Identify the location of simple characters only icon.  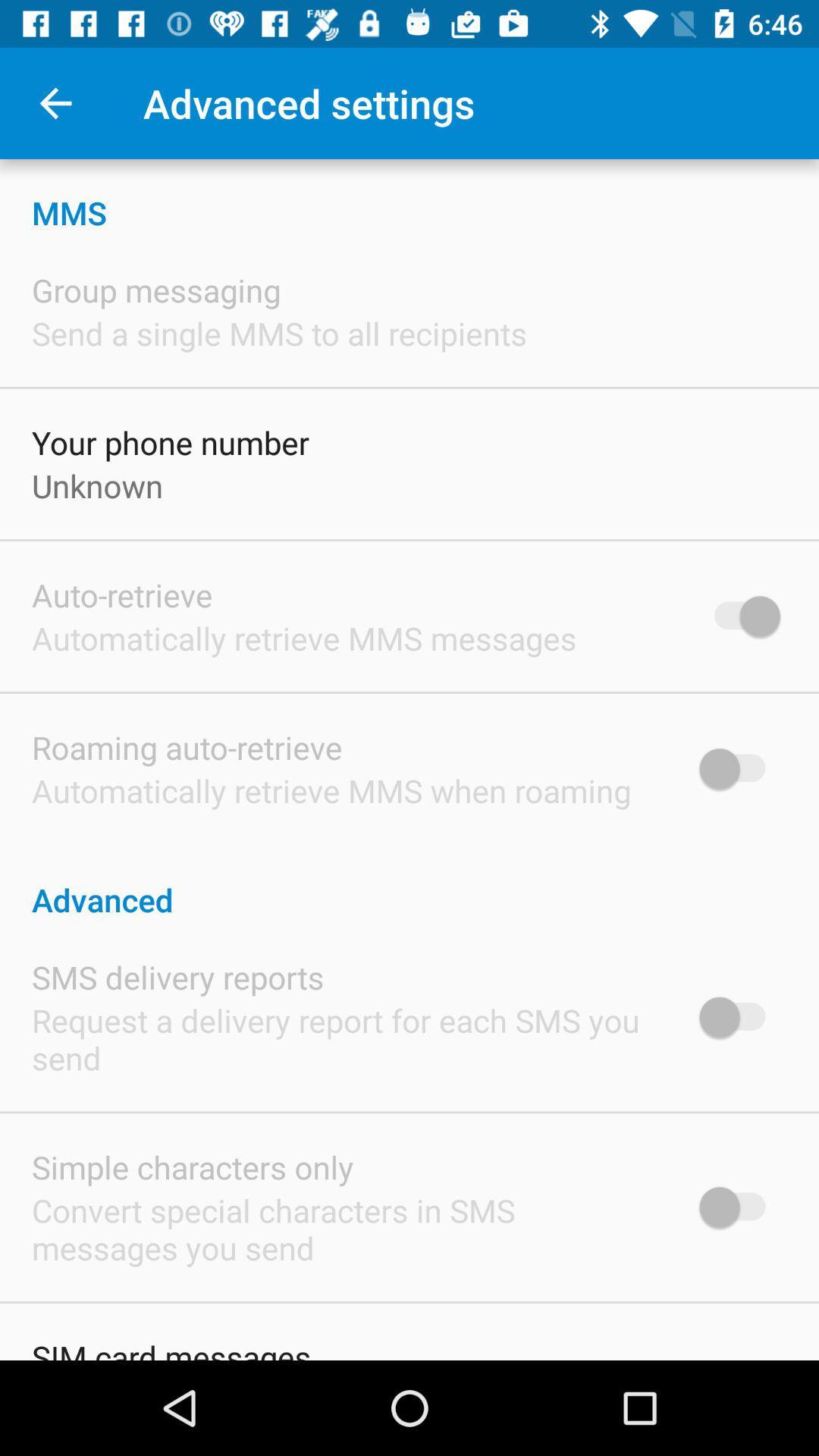
(192, 1166).